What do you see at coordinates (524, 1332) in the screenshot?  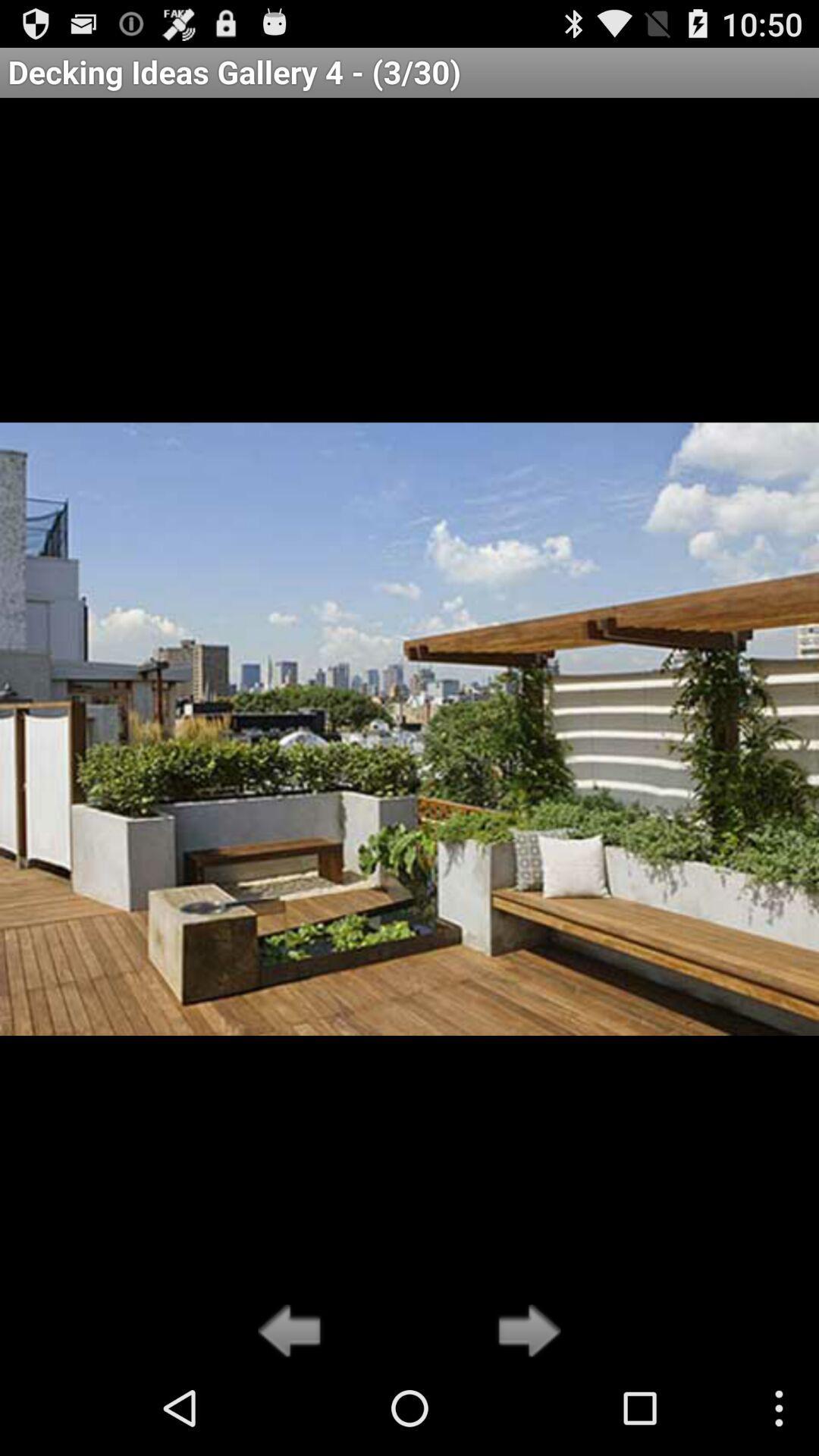 I see `next option` at bounding box center [524, 1332].